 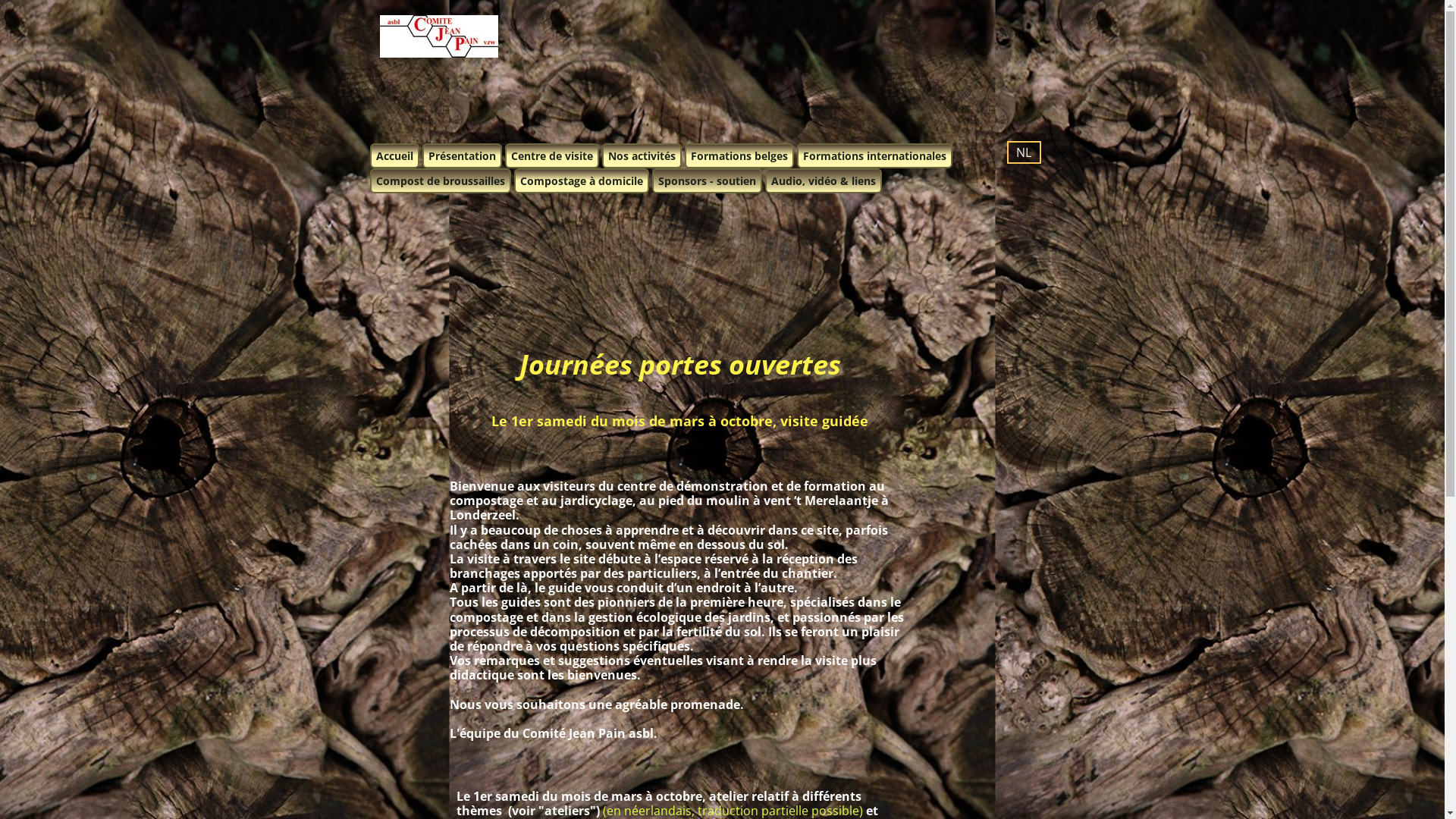 I want to click on 'Centre de visite', so click(x=505, y=155).